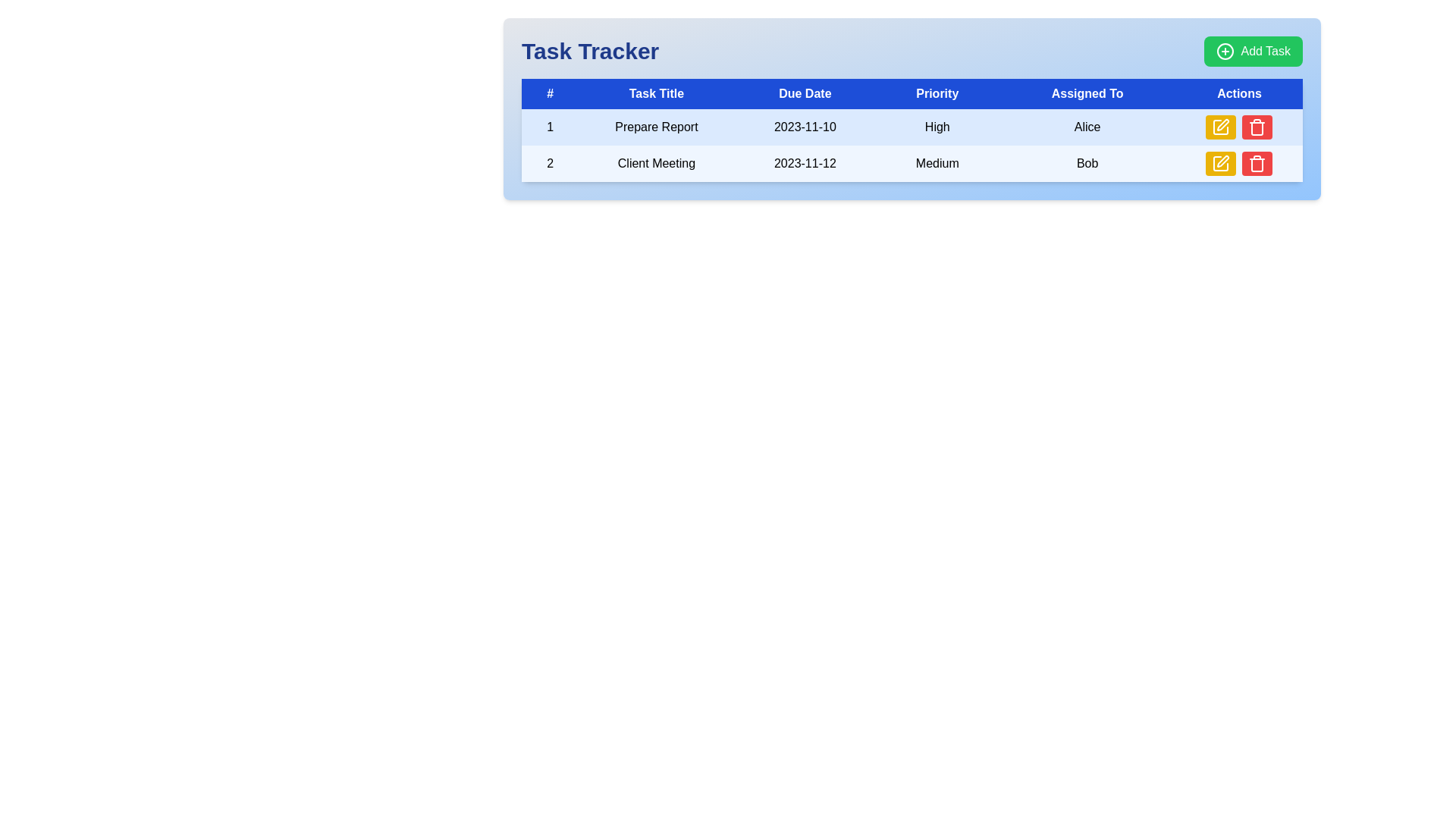  I want to click on the Priority label in the second row of the Task Tracker table to indicate the task's priority level, so click(937, 164).